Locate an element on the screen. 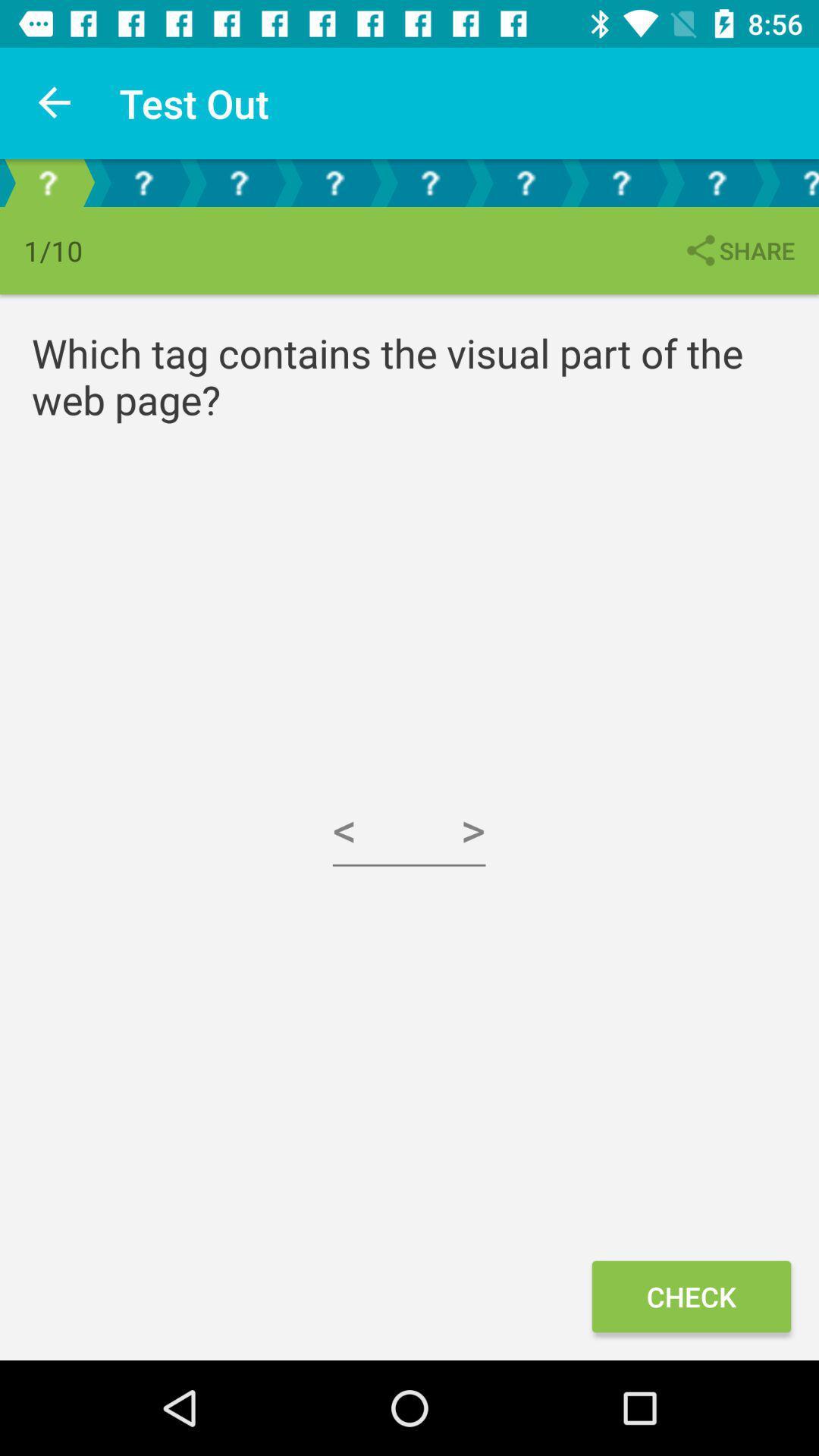 This screenshot has height=1456, width=819. the check at the bottom right corner is located at coordinates (691, 1295).